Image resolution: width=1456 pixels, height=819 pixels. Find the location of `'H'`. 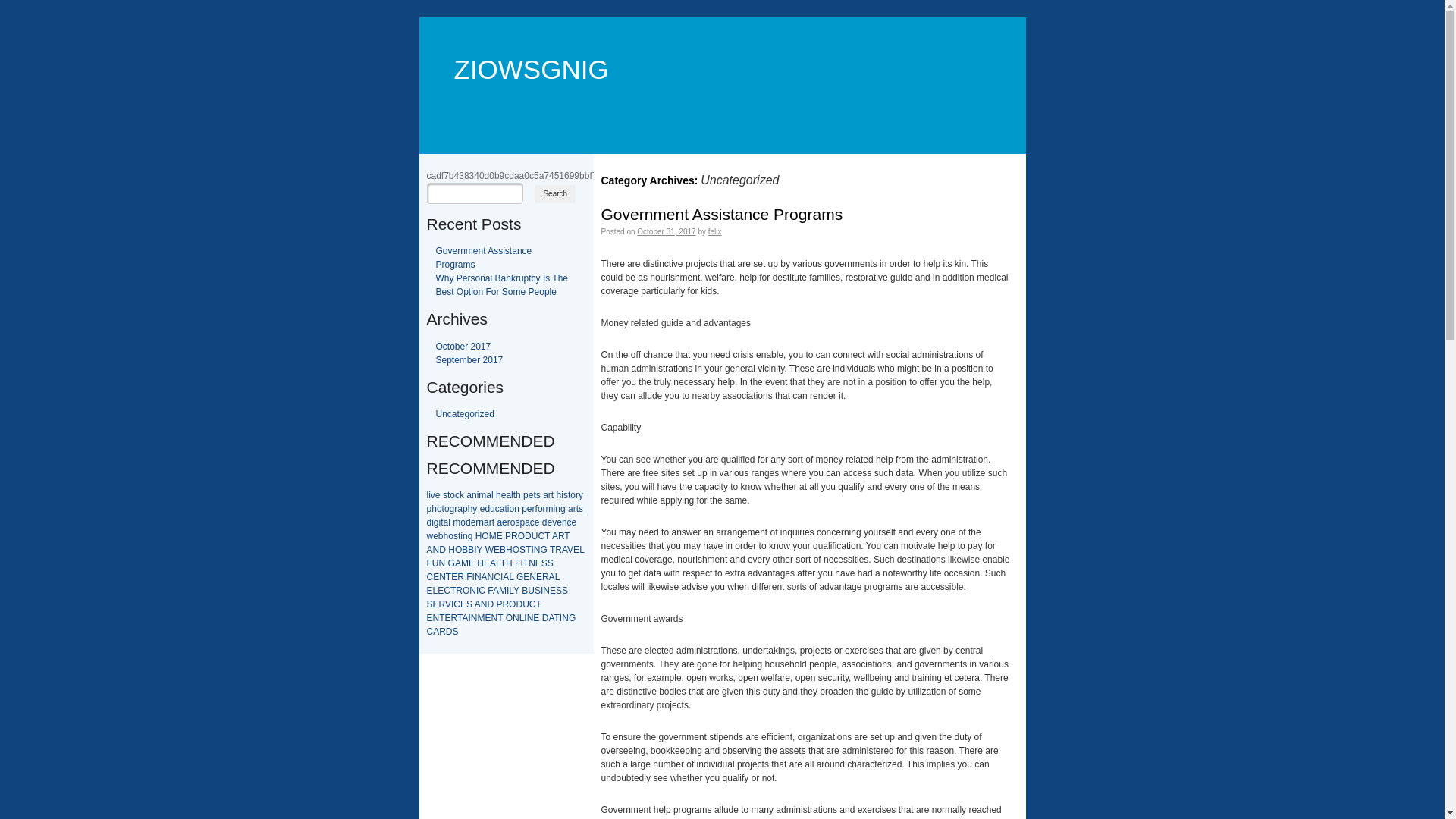

'H' is located at coordinates (447, 550).